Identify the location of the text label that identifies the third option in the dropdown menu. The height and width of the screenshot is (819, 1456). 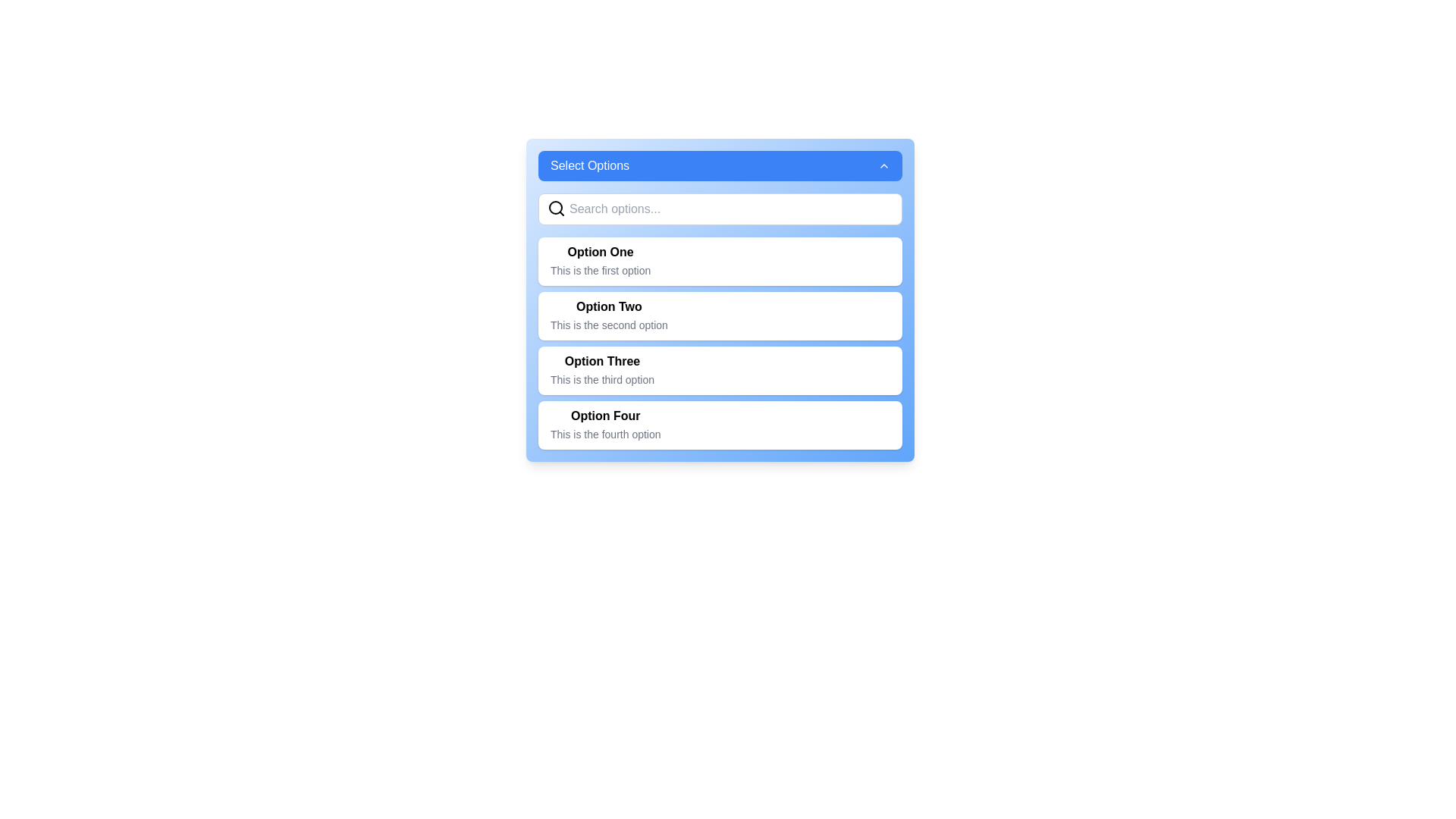
(601, 362).